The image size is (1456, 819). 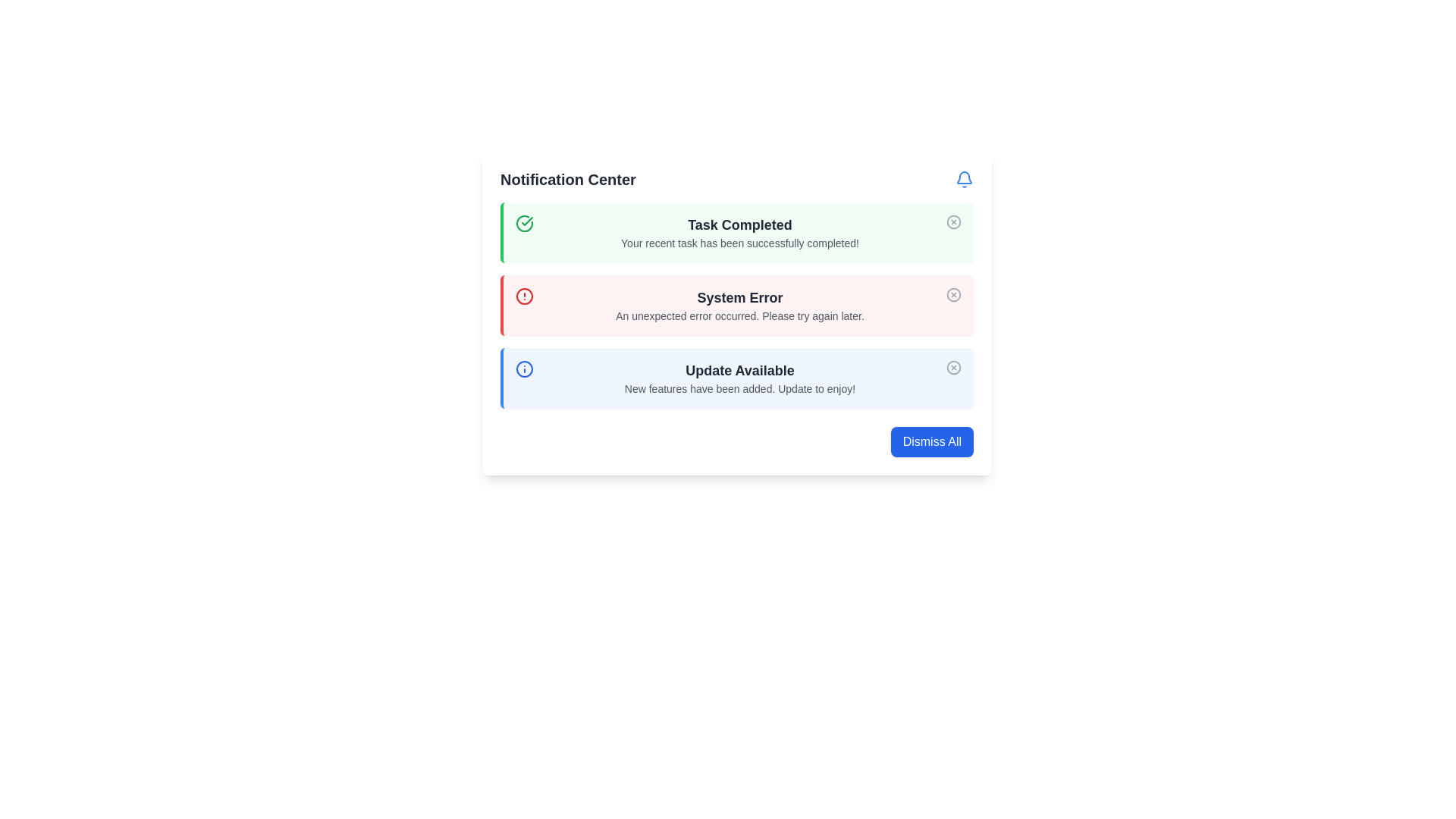 What do you see at coordinates (736, 305) in the screenshot?
I see `the second notification box titled 'System Error'` at bounding box center [736, 305].